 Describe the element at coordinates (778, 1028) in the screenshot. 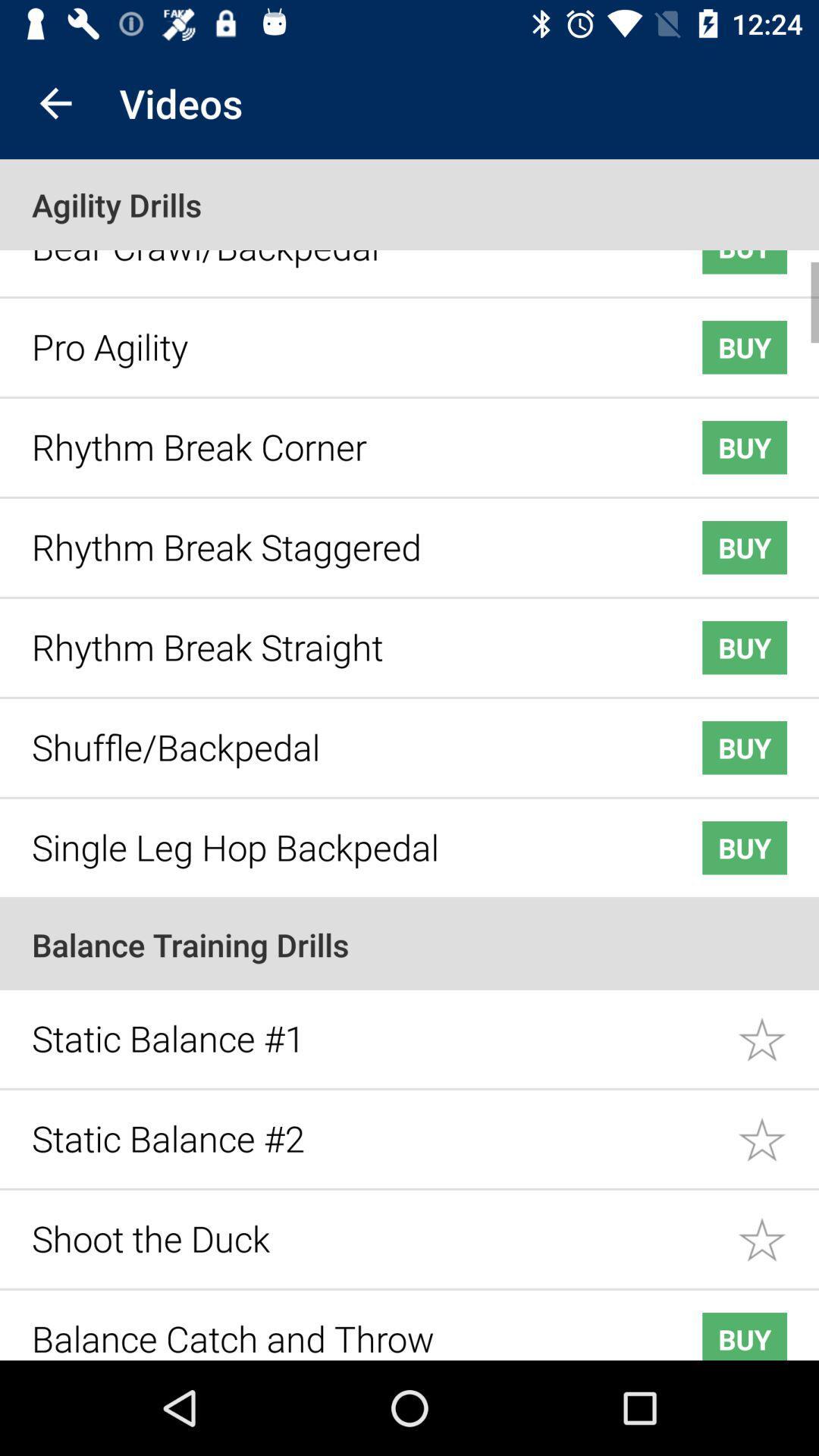

I see `static balance 1` at that location.